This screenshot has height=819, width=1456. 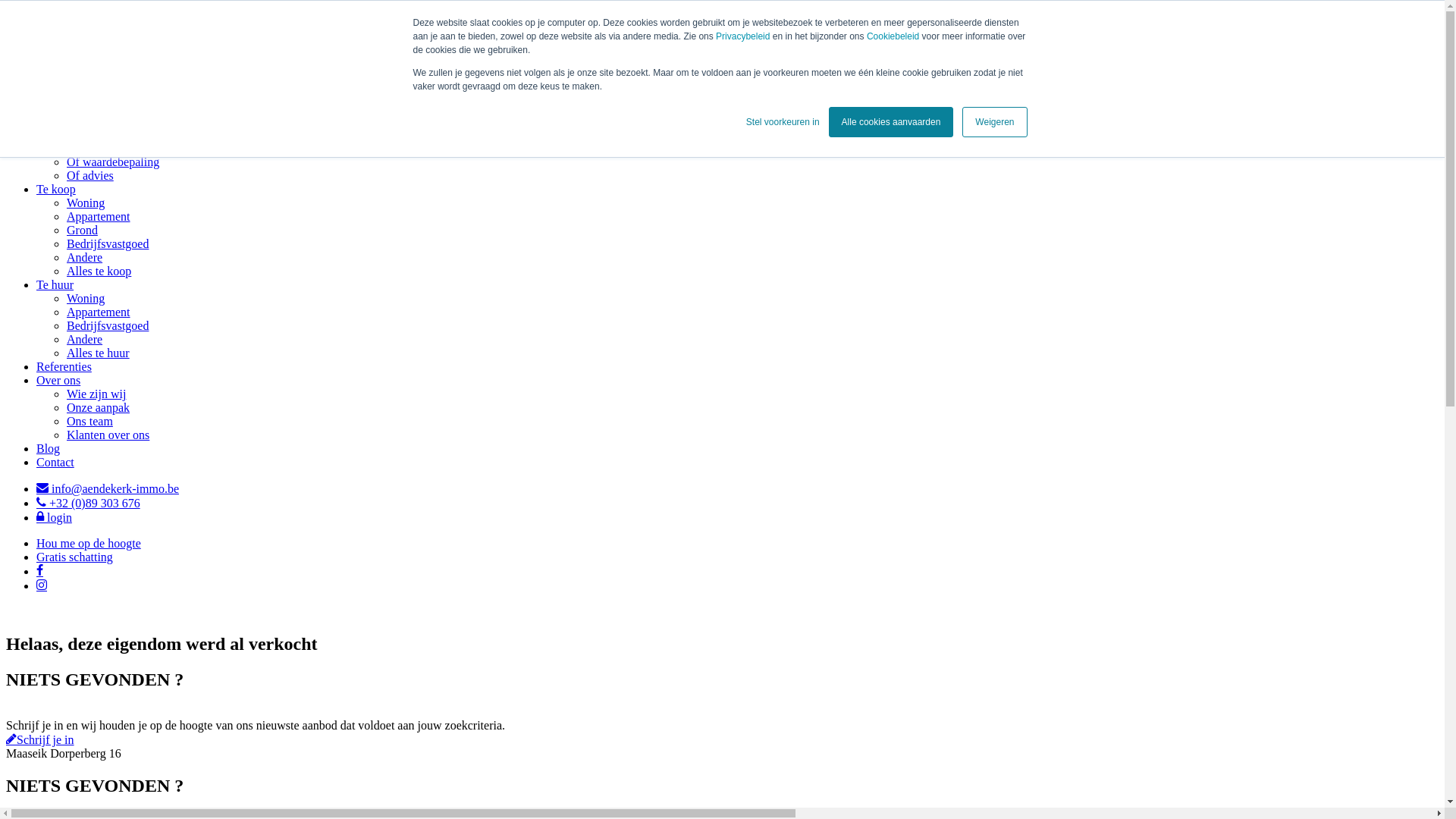 I want to click on 'Of verhuren', so click(x=65, y=133).